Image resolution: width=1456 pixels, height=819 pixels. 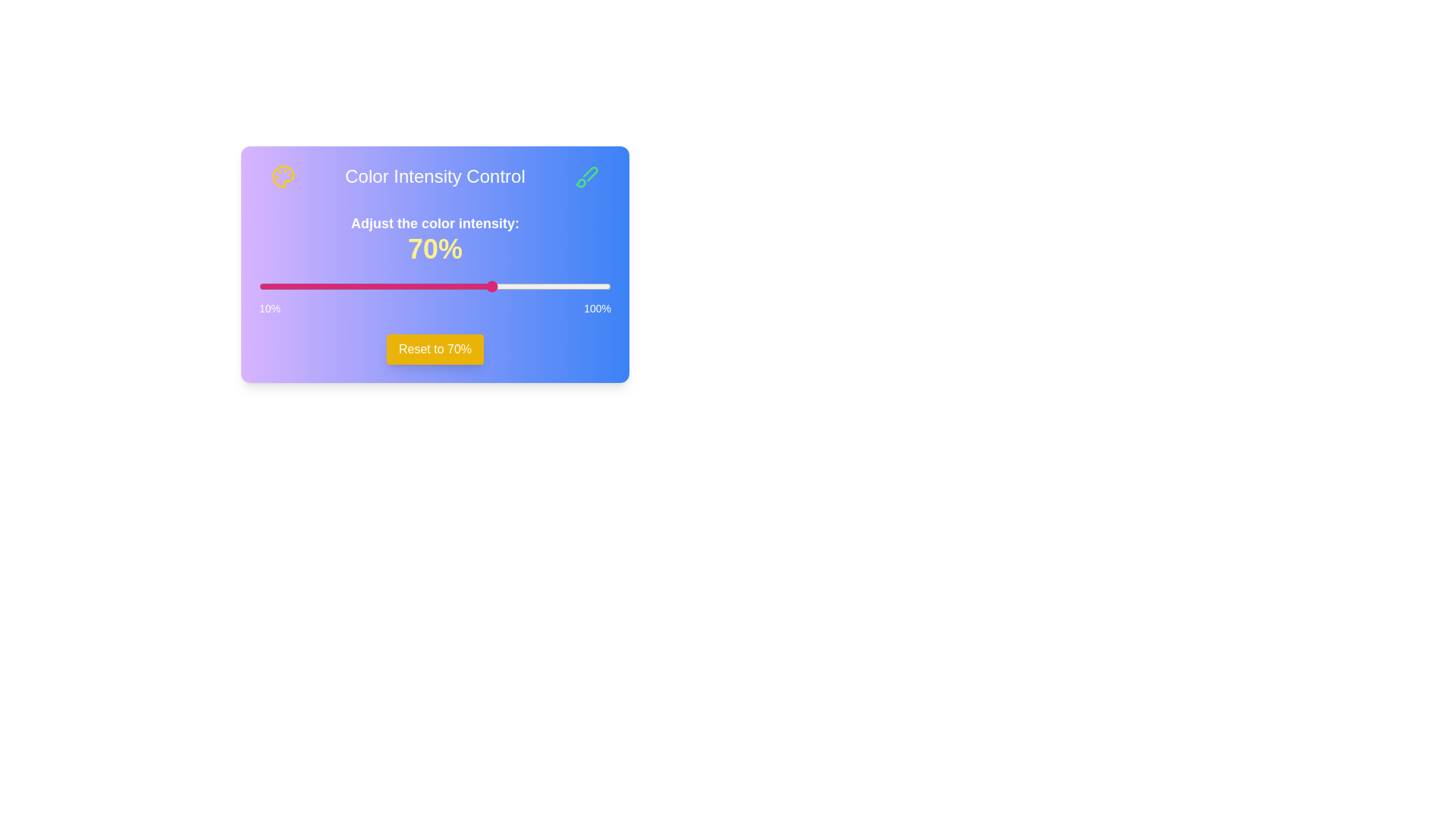 What do you see at coordinates (290, 287) in the screenshot?
I see `the slider to set the intensity to 18%` at bounding box center [290, 287].